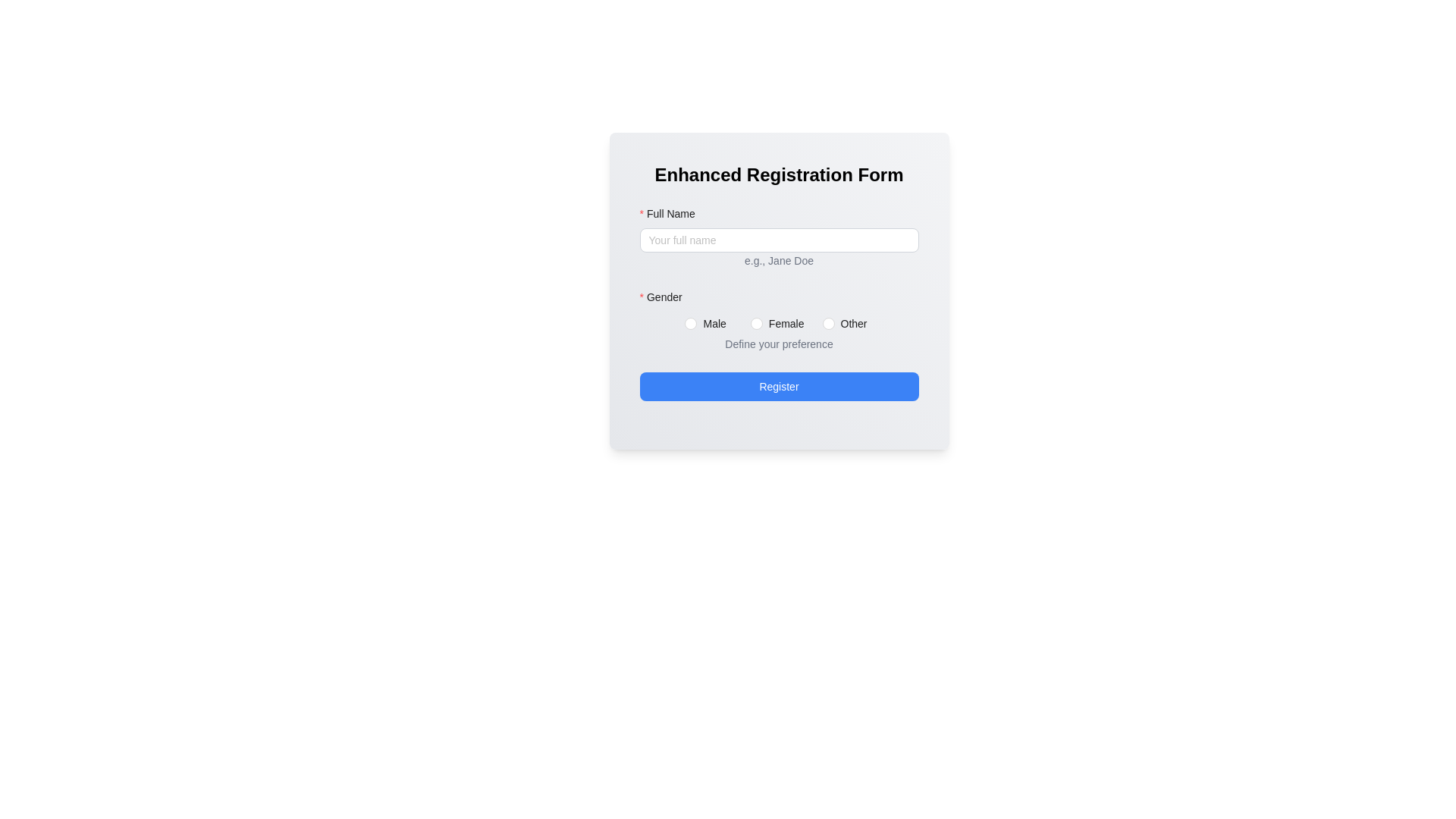 This screenshot has height=819, width=1456. What do you see at coordinates (779, 323) in the screenshot?
I see `the 'Female' radio button in the Gender section of the registration form to trigger a tooltip or style change` at bounding box center [779, 323].